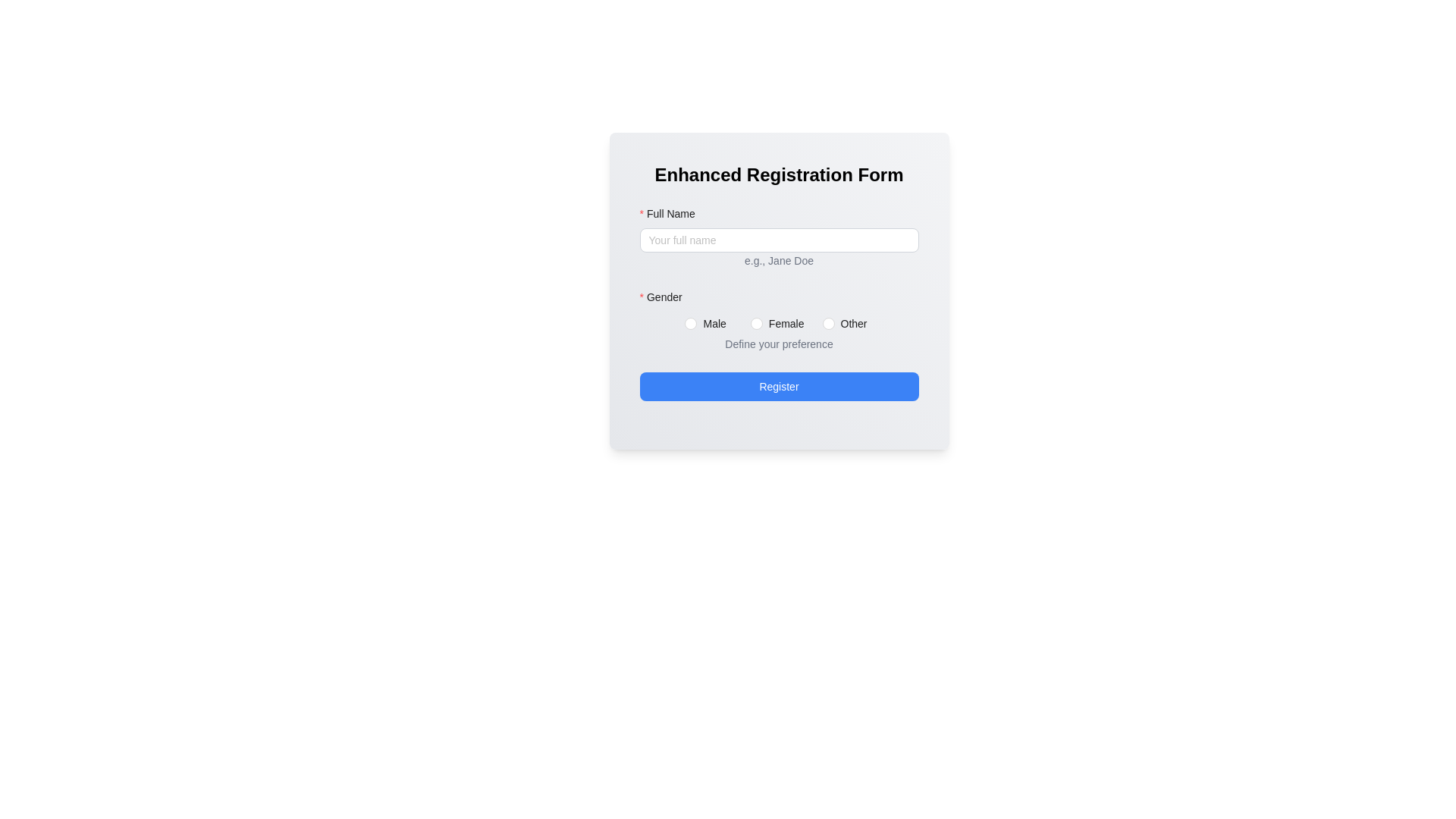 This screenshot has height=819, width=1456. What do you see at coordinates (779, 323) in the screenshot?
I see `the 'Female' radio button in the Gender section of the registration form to trigger a tooltip or style change` at bounding box center [779, 323].